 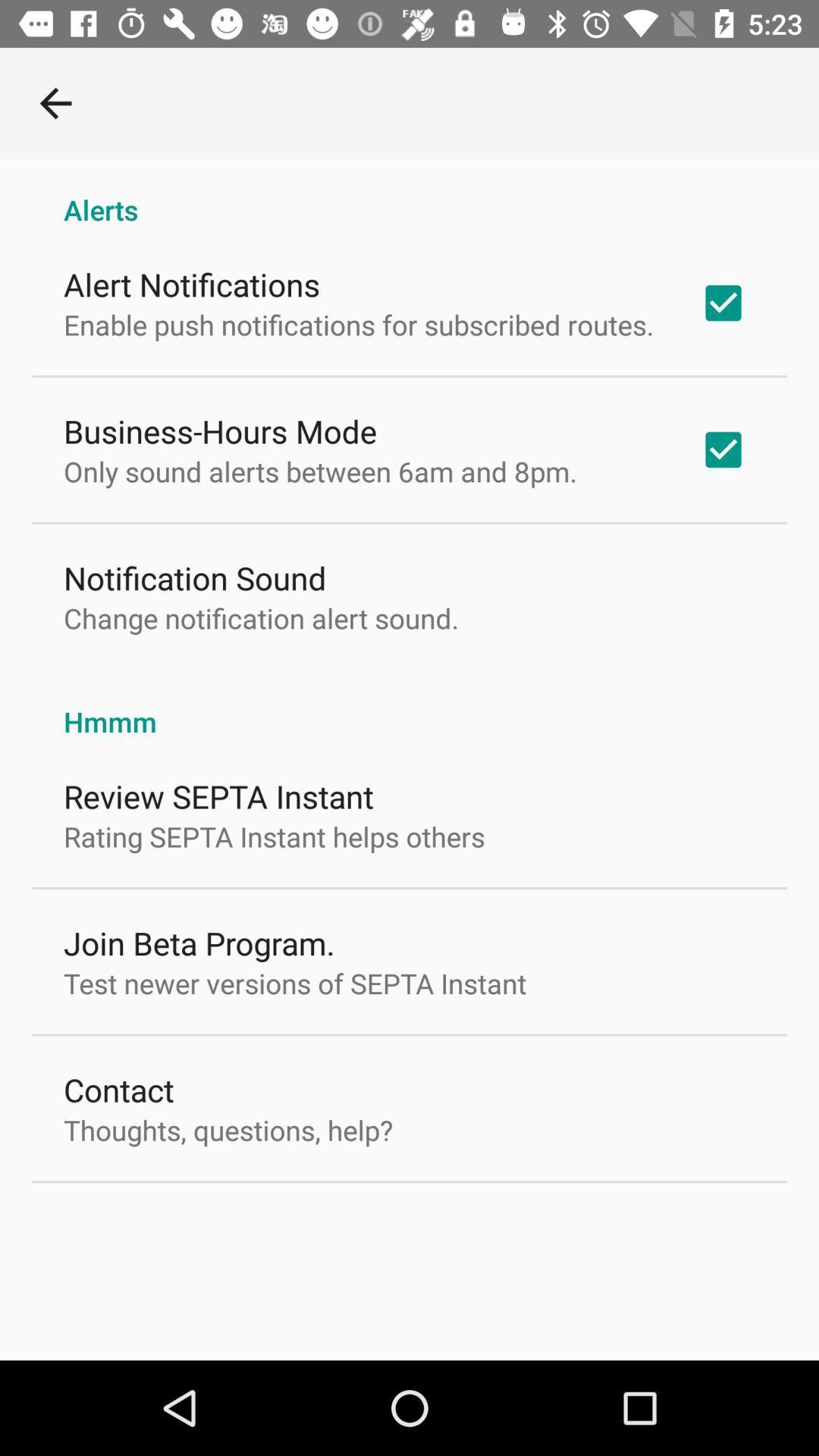 What do you see at coordinates (319, 470) in the screenshot?
I see `the only sound alerts icon` at bounding box center [319, 470].